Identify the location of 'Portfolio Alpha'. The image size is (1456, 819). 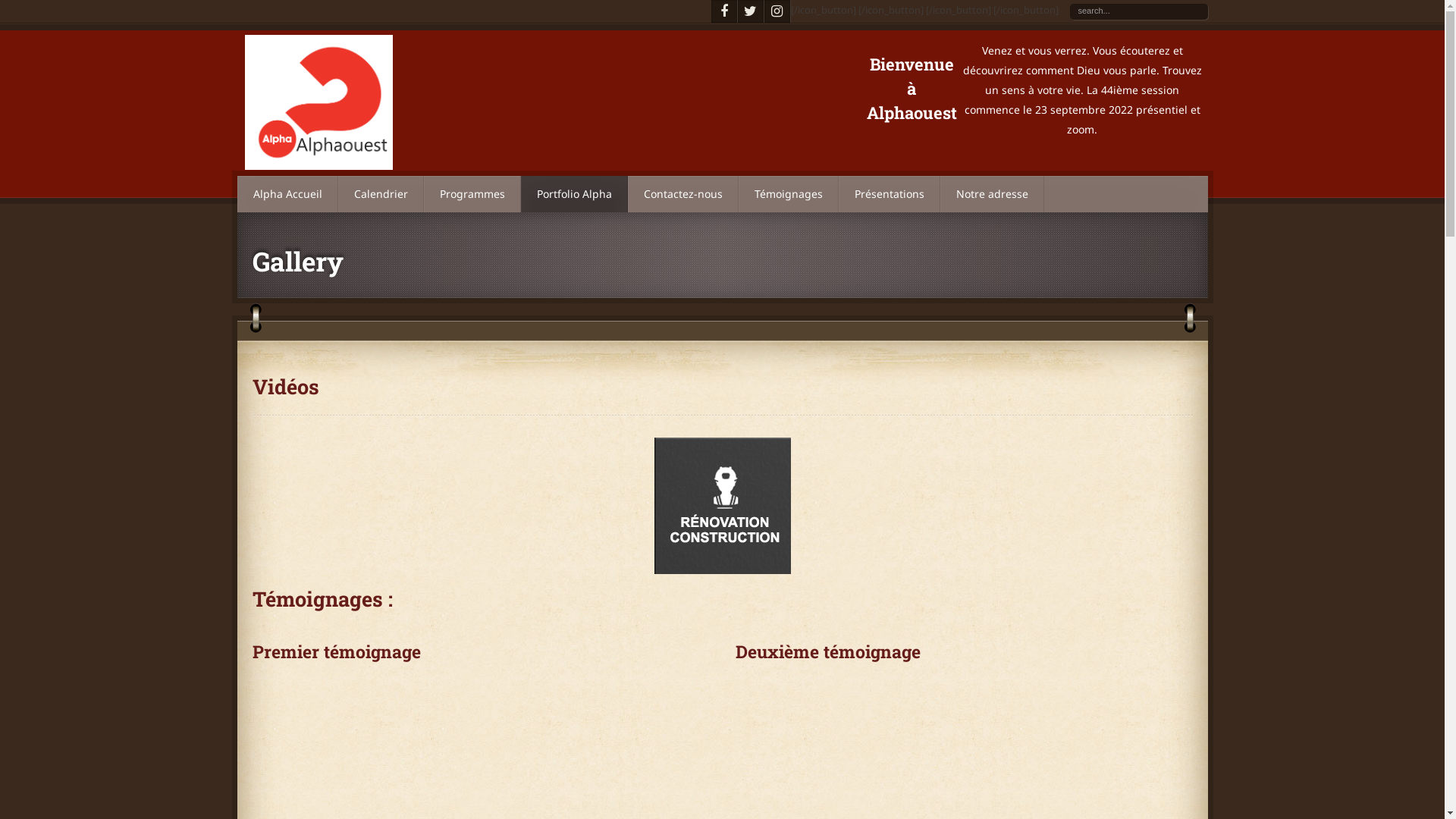
(520, 193).